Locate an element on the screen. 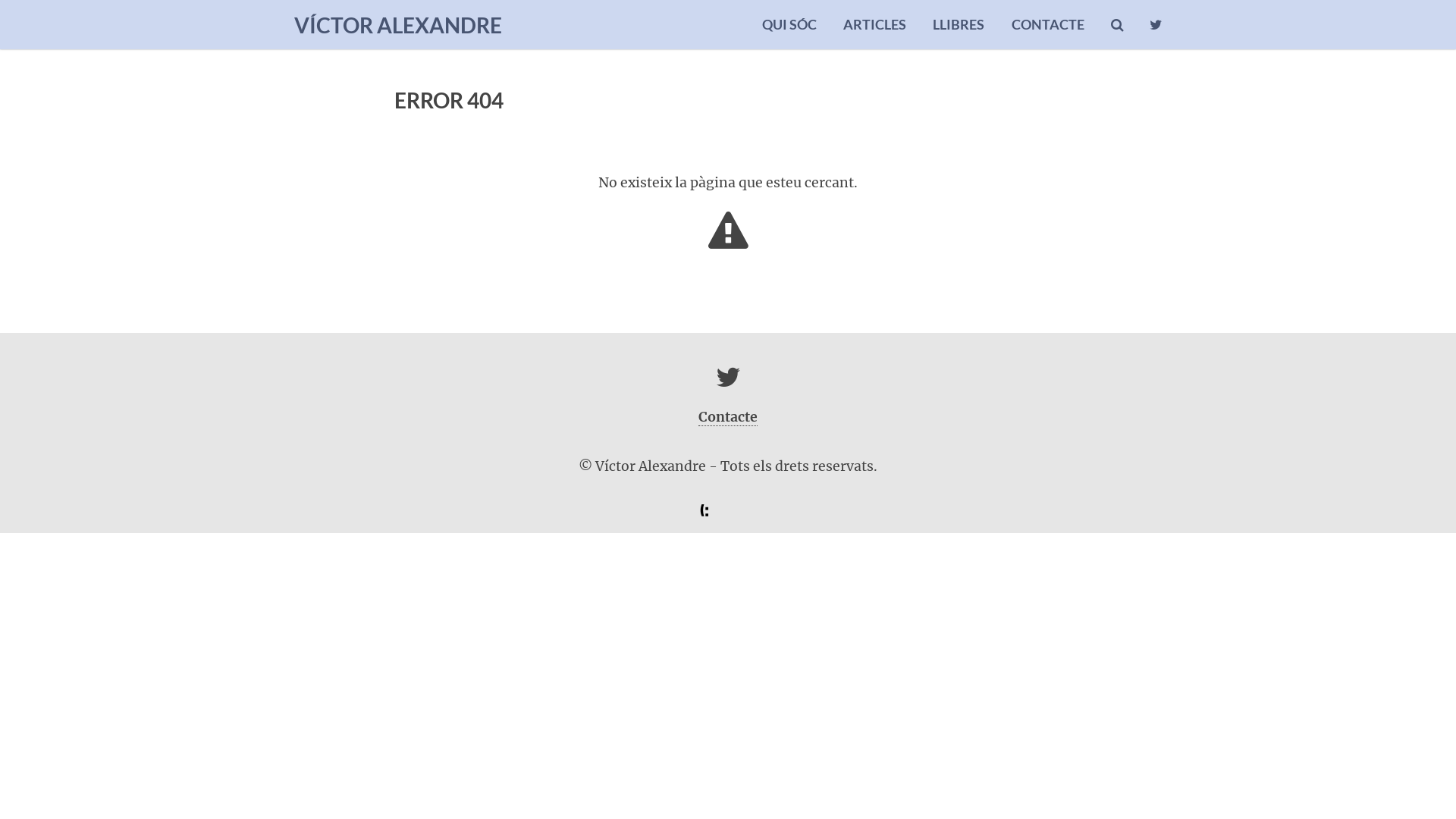  'Twitter' is located at coordinates (728, 381).